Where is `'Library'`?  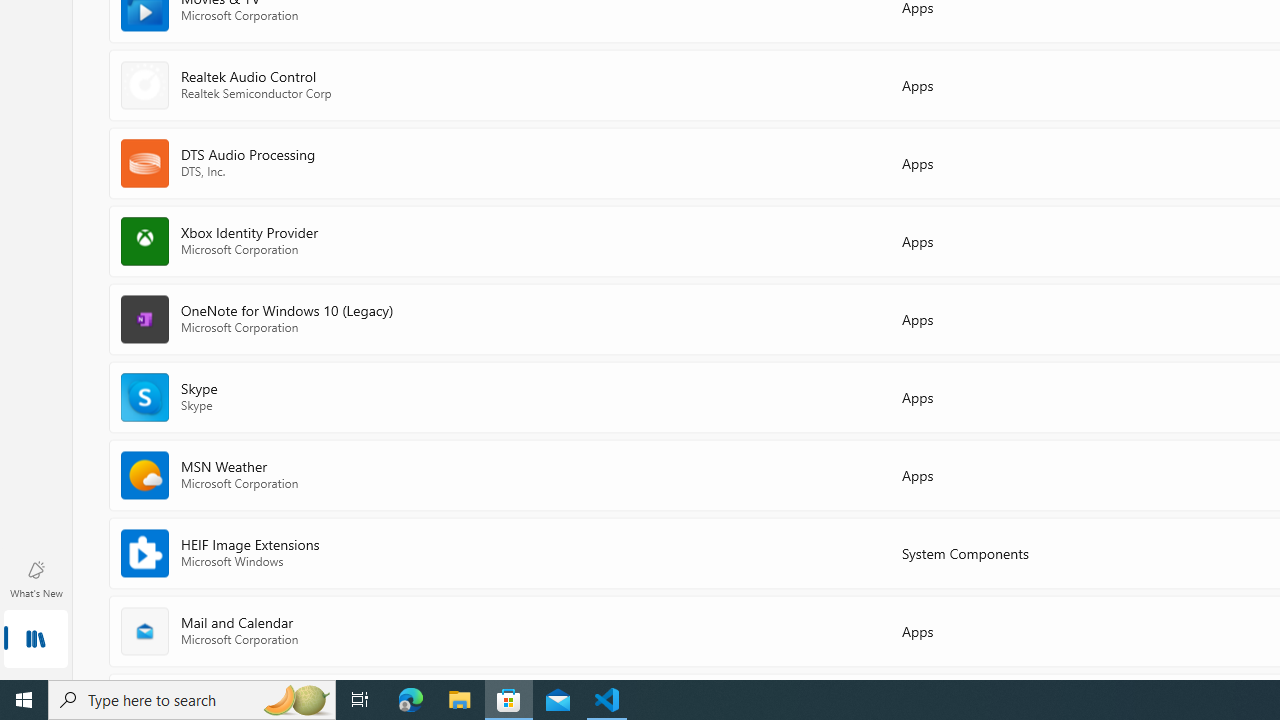 'Library' is located at coordinates (35, 640).